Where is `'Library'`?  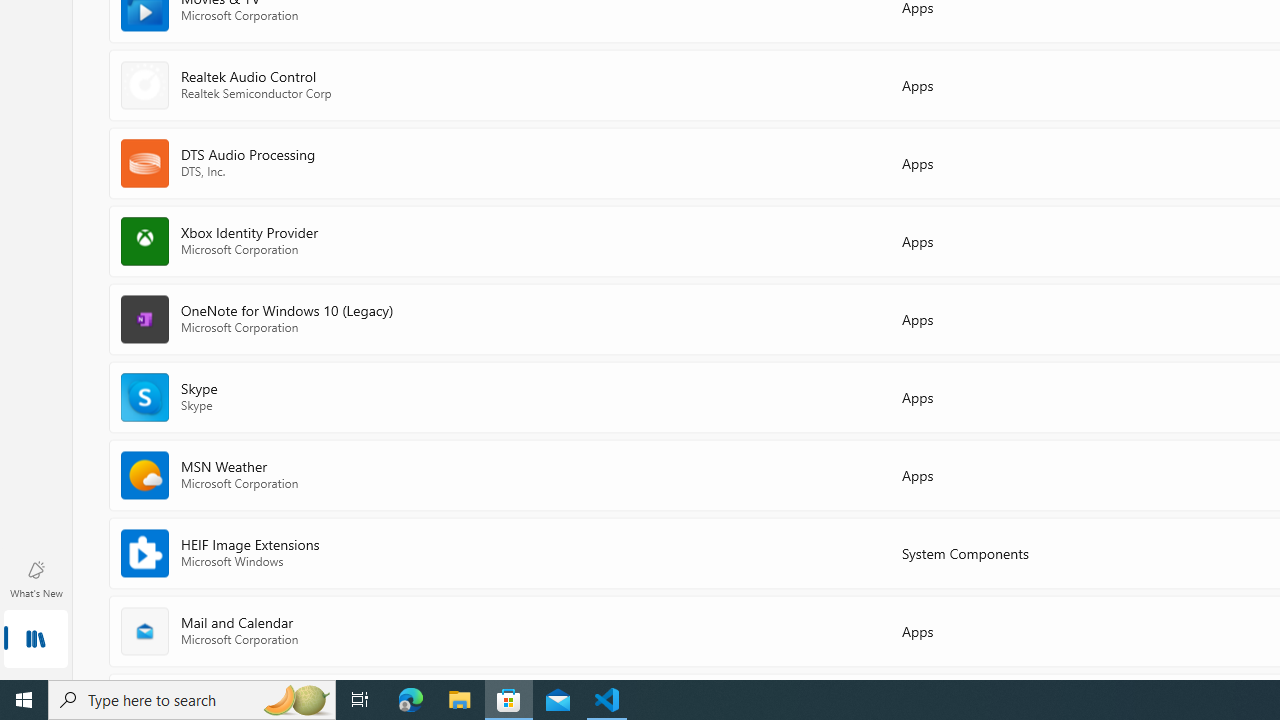 'Library' is located at coordinates (35, 640).